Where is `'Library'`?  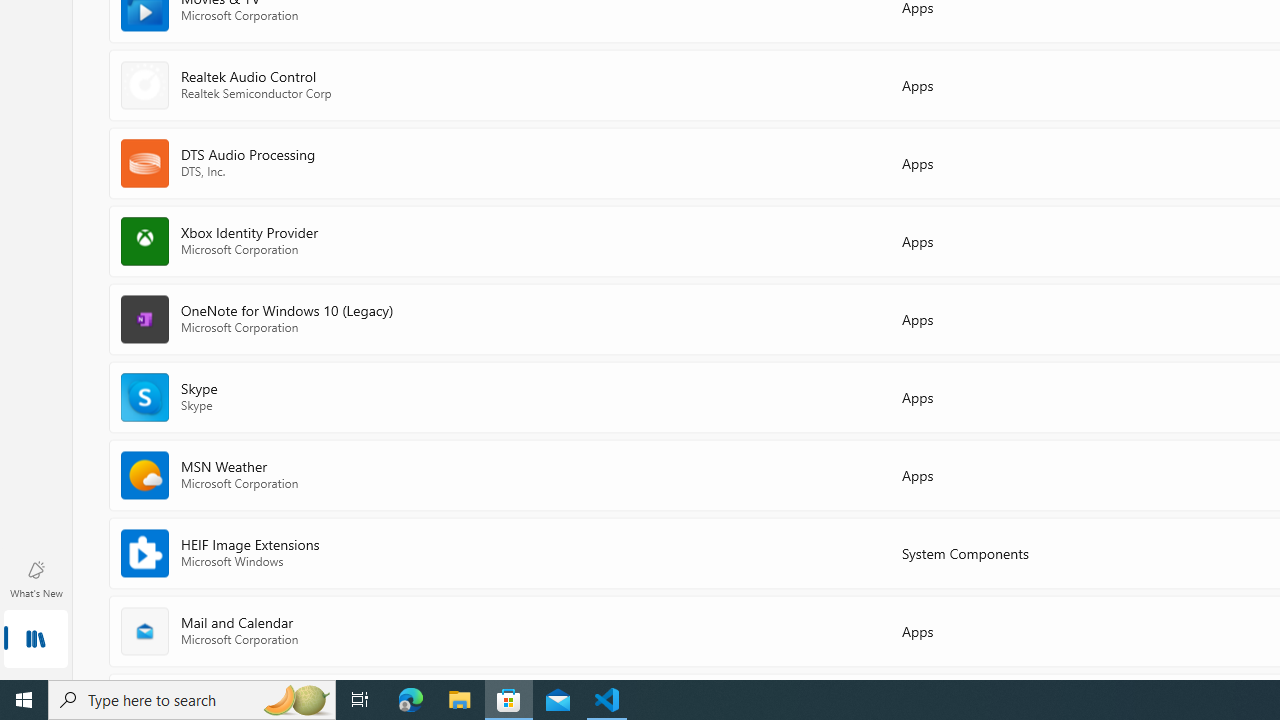 'Library' is located at coordinates (35, 640).